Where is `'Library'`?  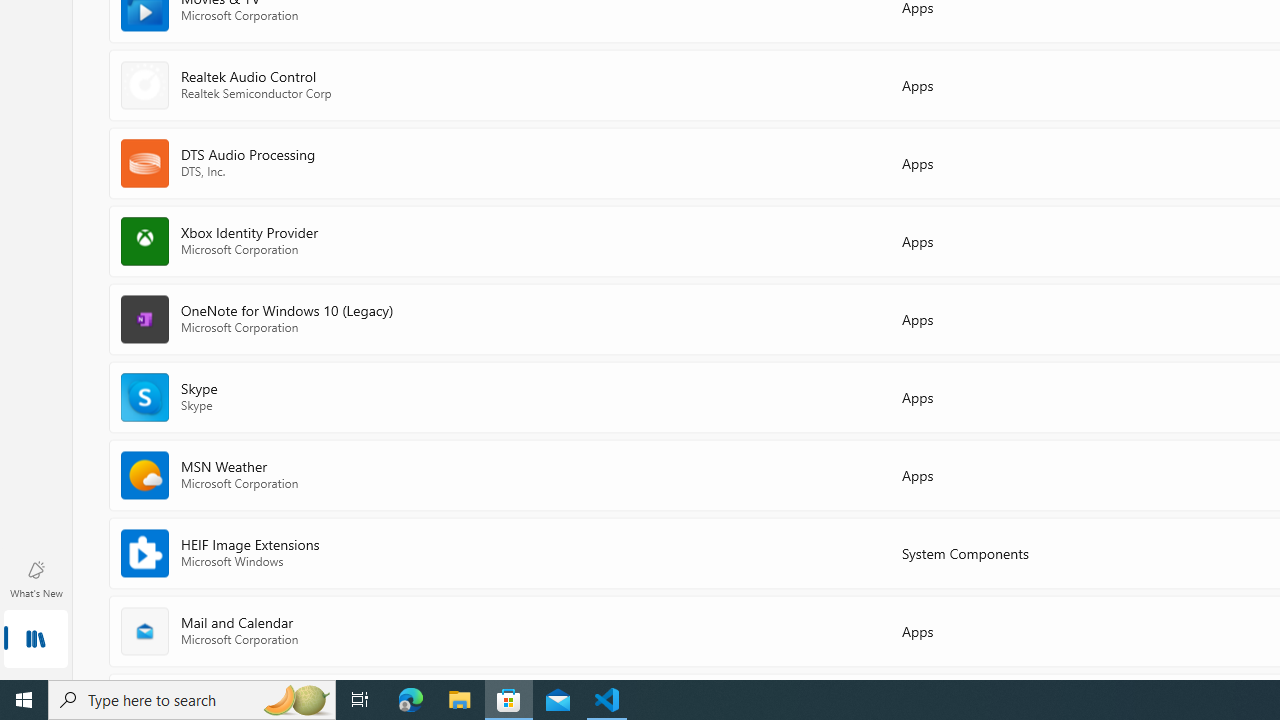 'Library' is located at coordinates (35, 640).